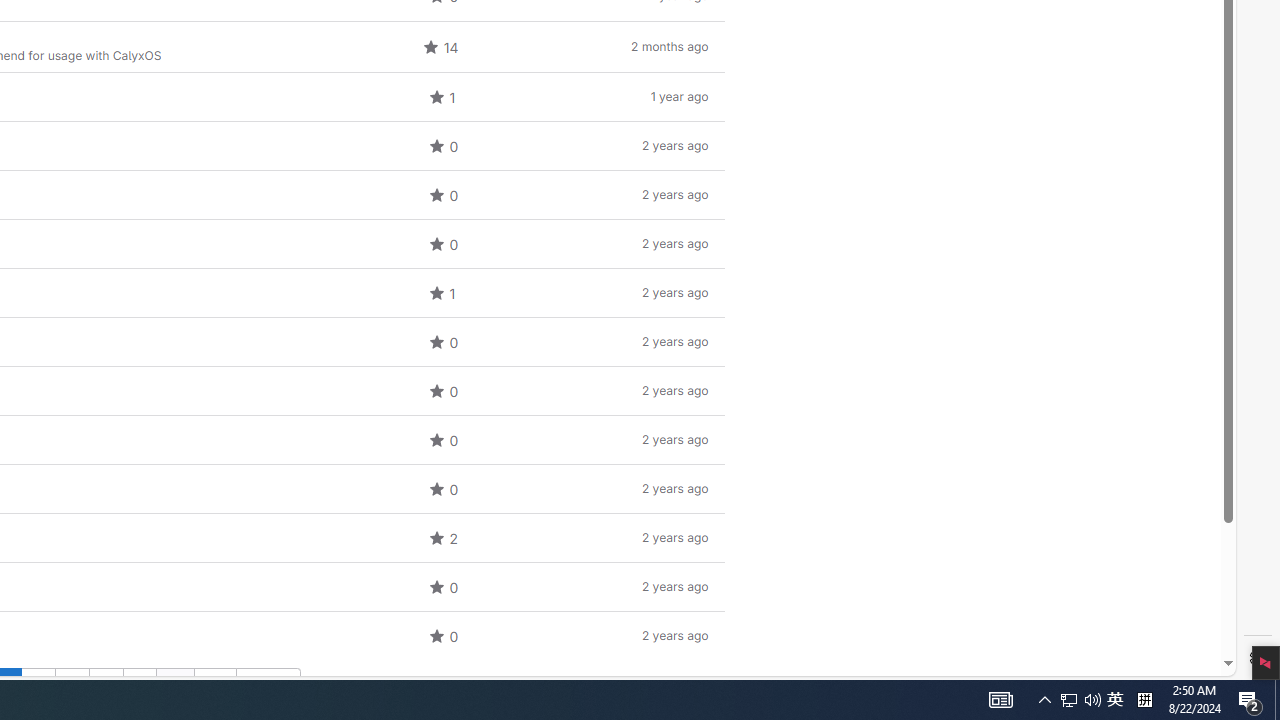 Image resolution: width=1280 pixels, height=720 pixels. Describe the element at coordinates (138, 684) in the screenshot. I see `'Go to page 5'` at that location.